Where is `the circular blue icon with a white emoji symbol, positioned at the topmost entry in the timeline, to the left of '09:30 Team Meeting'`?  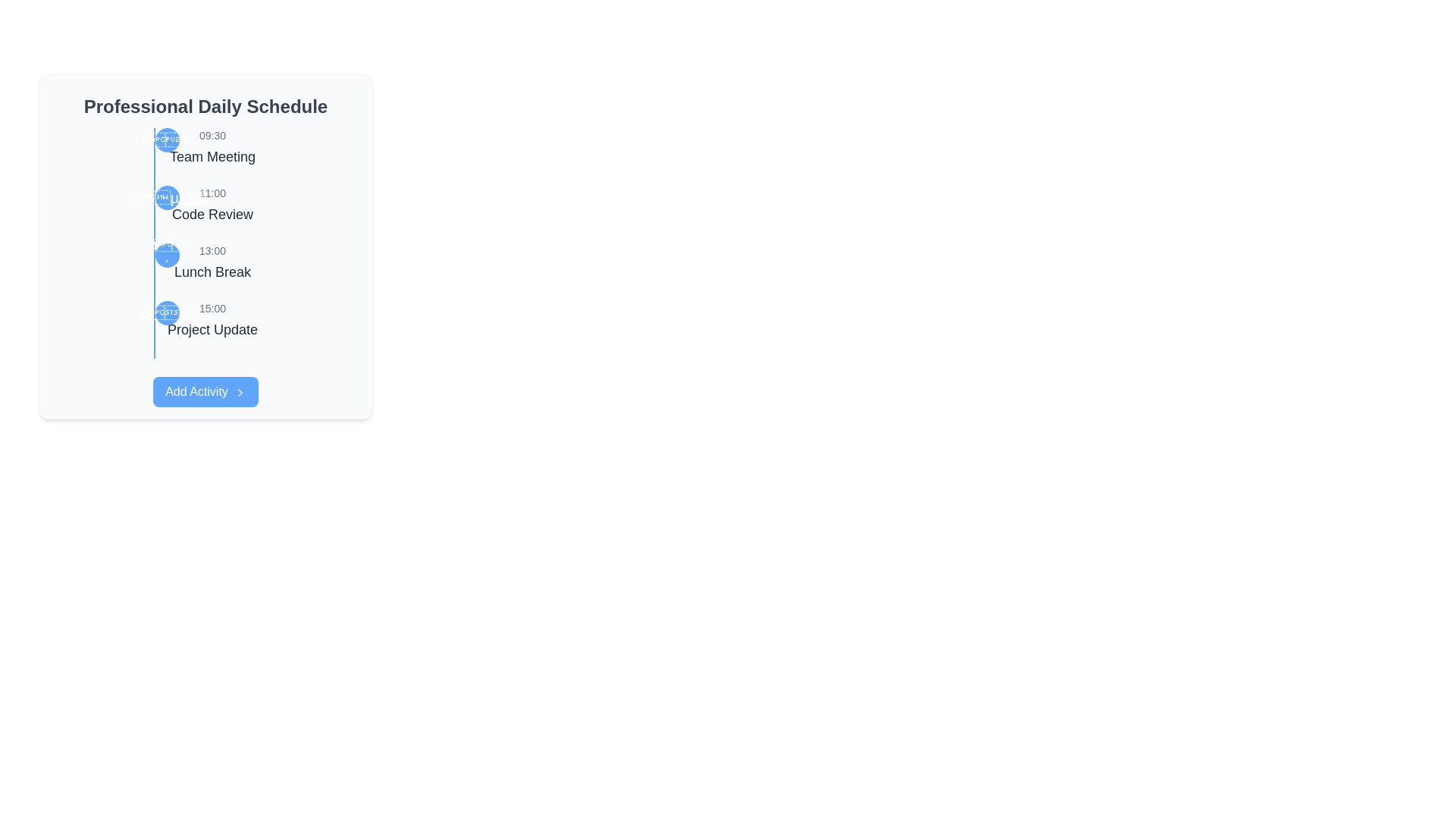
the circular blue icon with a white emoji symbol, positioned at the topmost entry in the timeline, to the left of '09:30 Team Meeting' is located at coordinates (167, 140).